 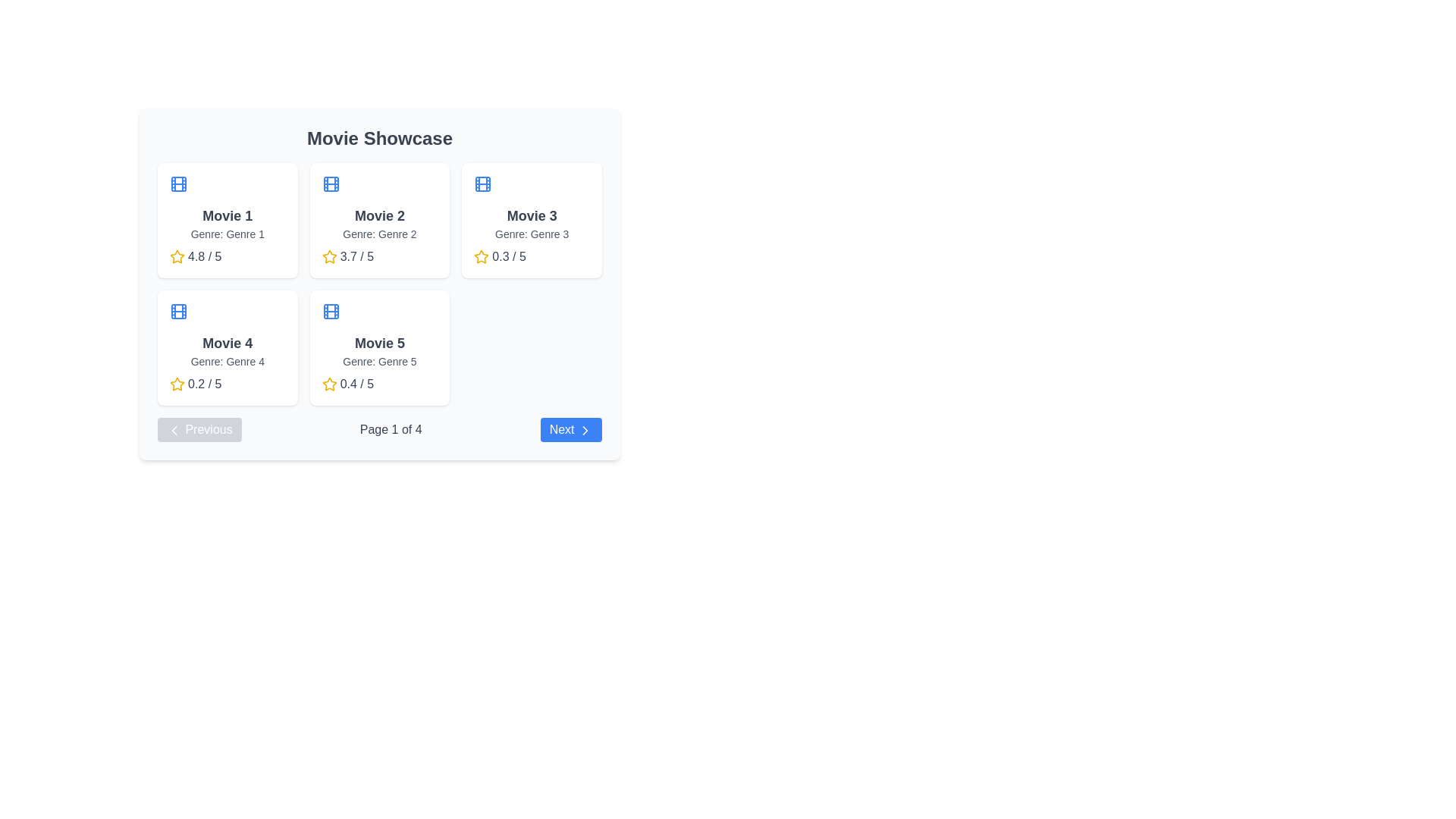 What do you see at coordinates (481, 256) in the screenshot?
I see `the yellow star icon representing the rating for 'Movie 3', located next to the text '0.3 / 5'` at bounding box center [481, 256].